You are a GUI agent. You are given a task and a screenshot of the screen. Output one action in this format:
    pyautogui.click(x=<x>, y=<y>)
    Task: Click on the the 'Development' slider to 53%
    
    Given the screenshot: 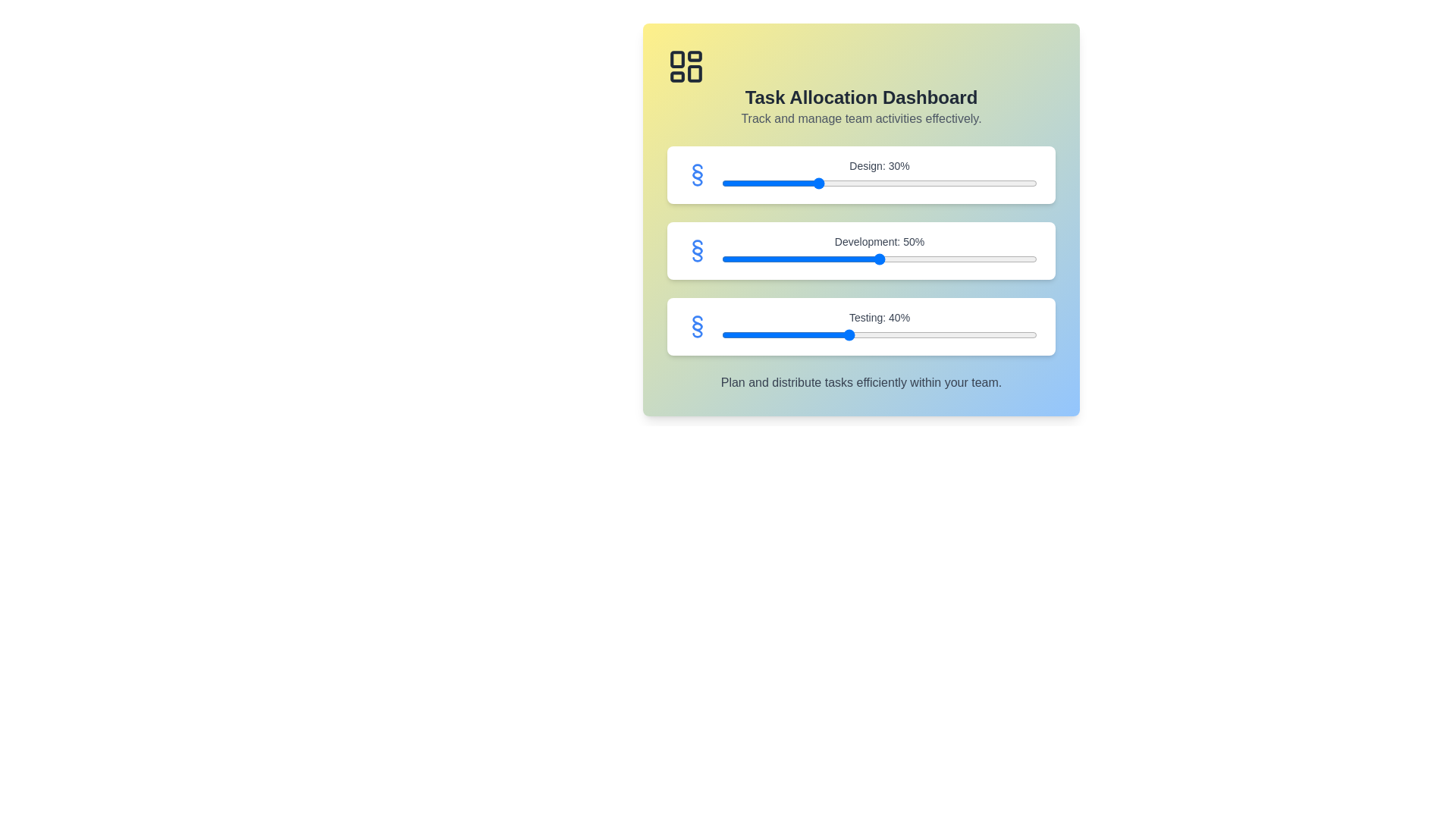 What is the action you would take?
    pyautogui.click(x=889, y=259)
    